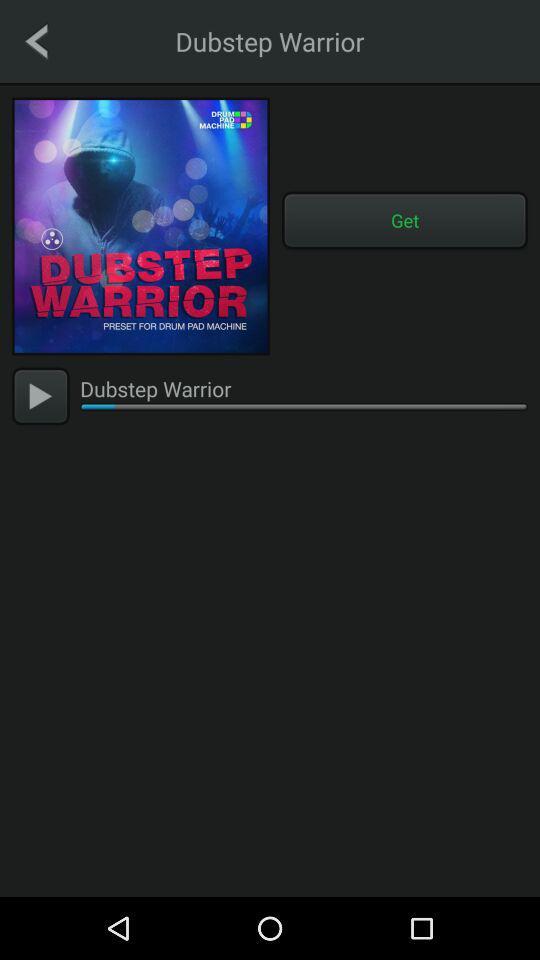  I want to click on the arrow_backward icon, so click(36, 40).